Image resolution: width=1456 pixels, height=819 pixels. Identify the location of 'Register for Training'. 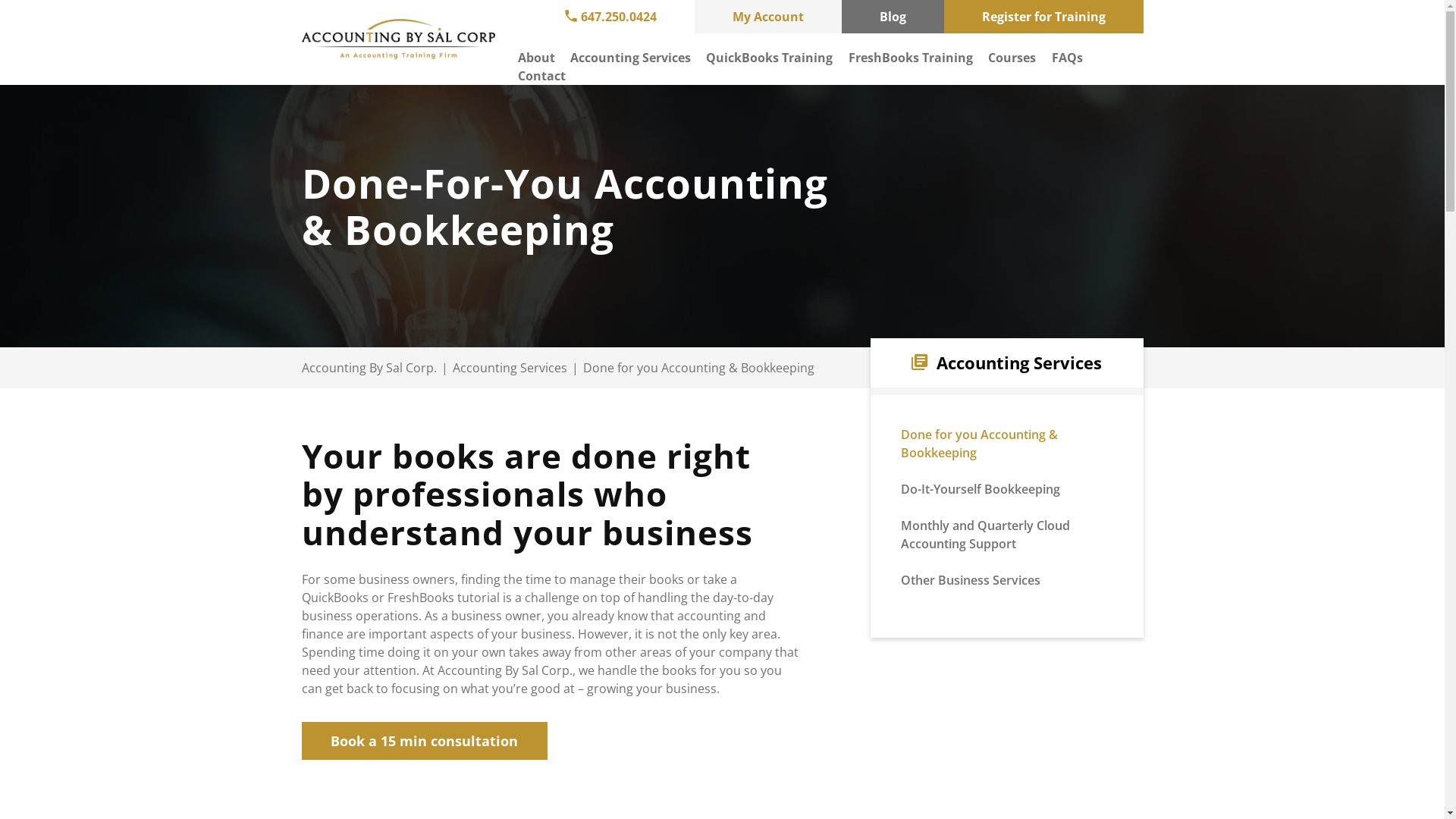
(1042, 17).